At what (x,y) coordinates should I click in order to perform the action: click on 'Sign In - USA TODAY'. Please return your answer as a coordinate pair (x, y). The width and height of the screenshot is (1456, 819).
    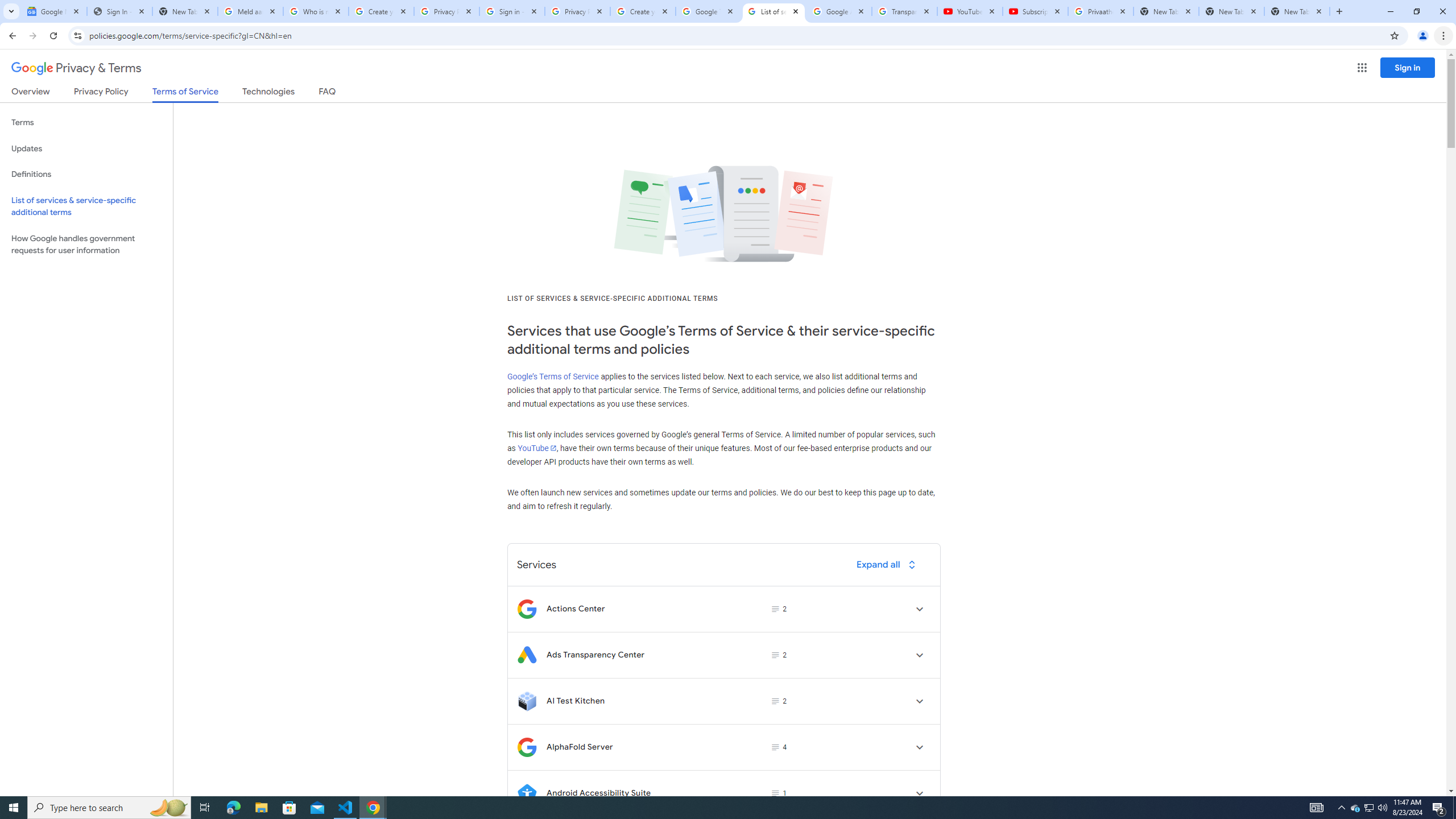
    Looking at the image, I should click on (118, 11).